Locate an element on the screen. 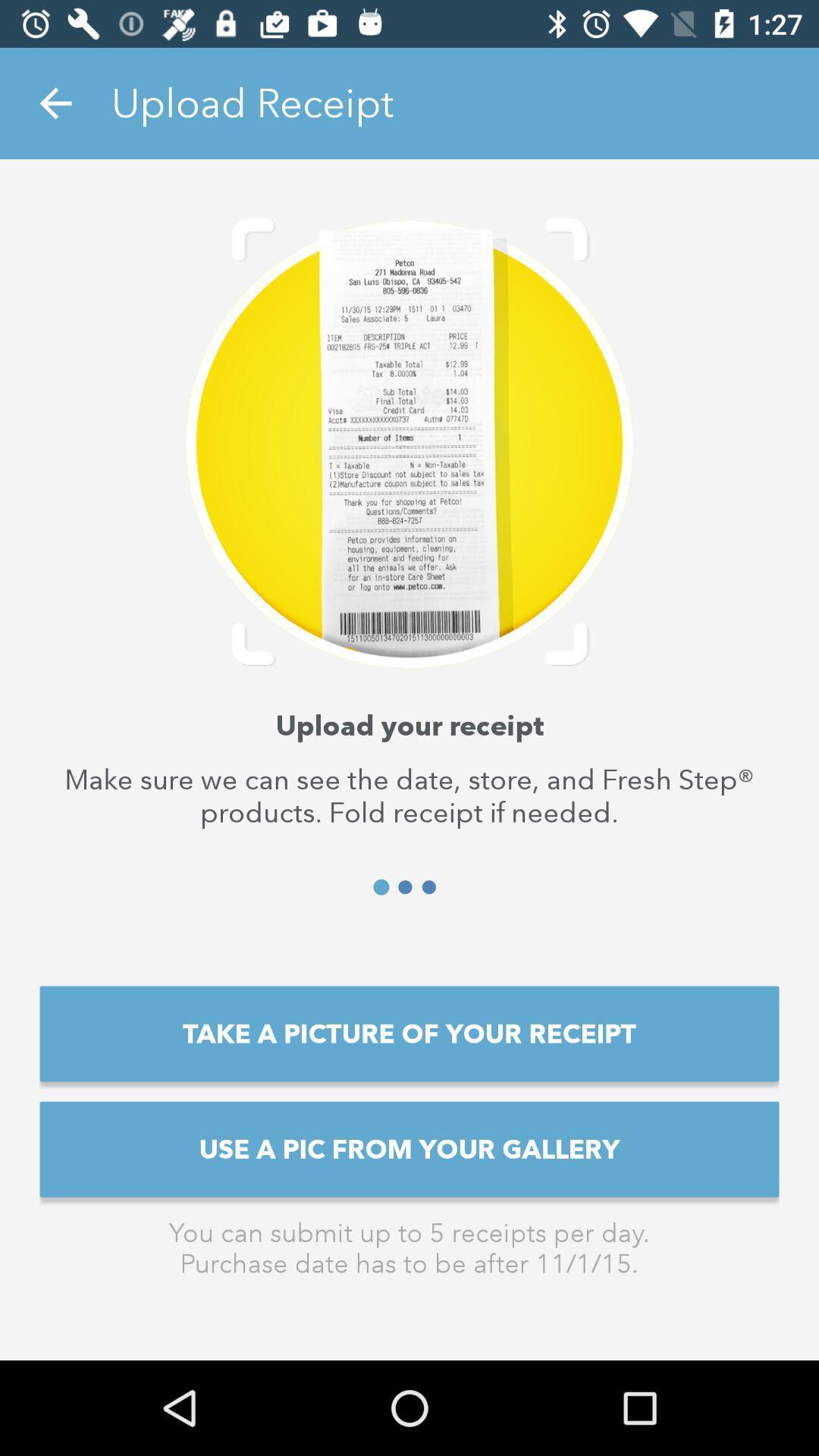  the item at the top left corner is located at coordinates (55, 102).